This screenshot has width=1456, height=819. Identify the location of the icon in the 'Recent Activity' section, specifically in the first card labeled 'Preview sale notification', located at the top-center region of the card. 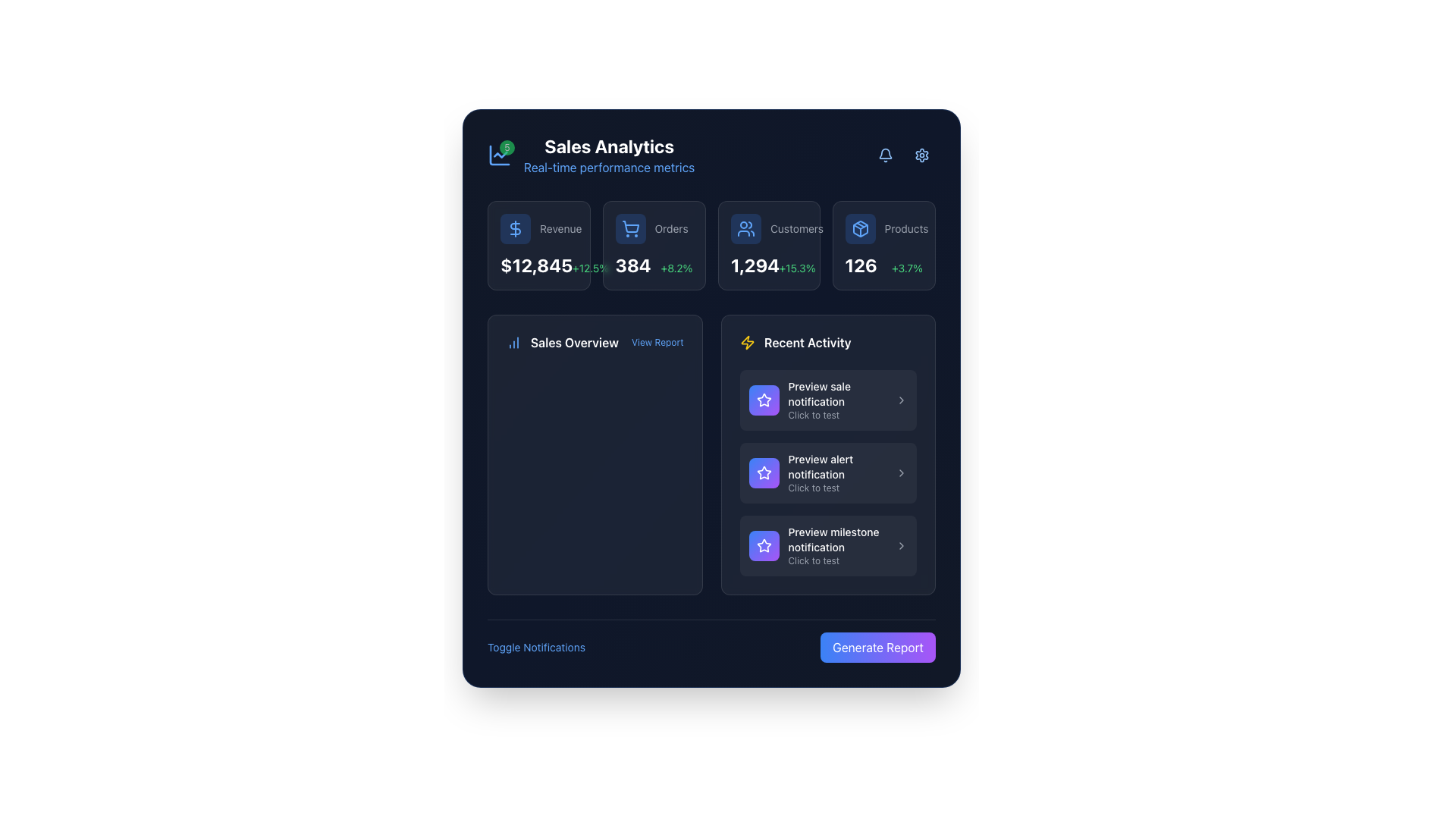
(764, 472).